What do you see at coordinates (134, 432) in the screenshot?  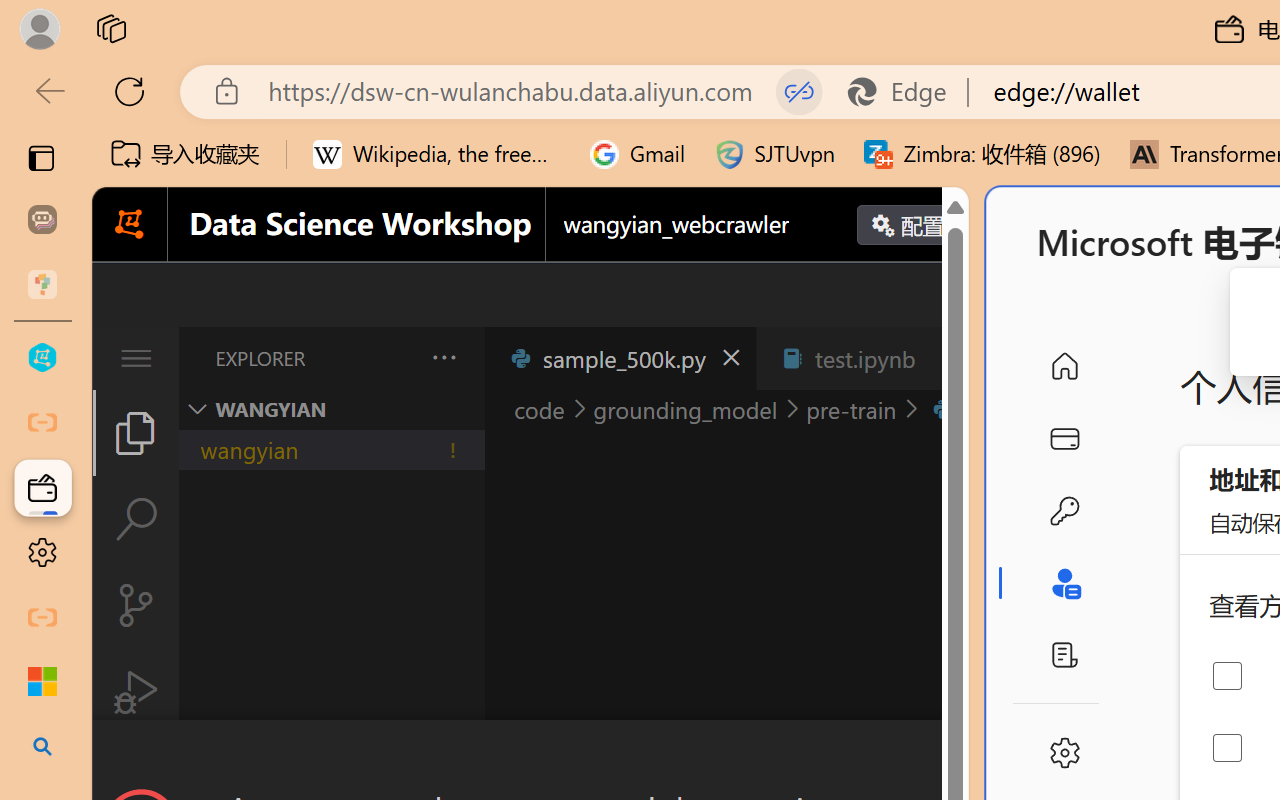 I see `'Explorer (Ctrl+Shift+E)'` at bounding box center [134, 432].